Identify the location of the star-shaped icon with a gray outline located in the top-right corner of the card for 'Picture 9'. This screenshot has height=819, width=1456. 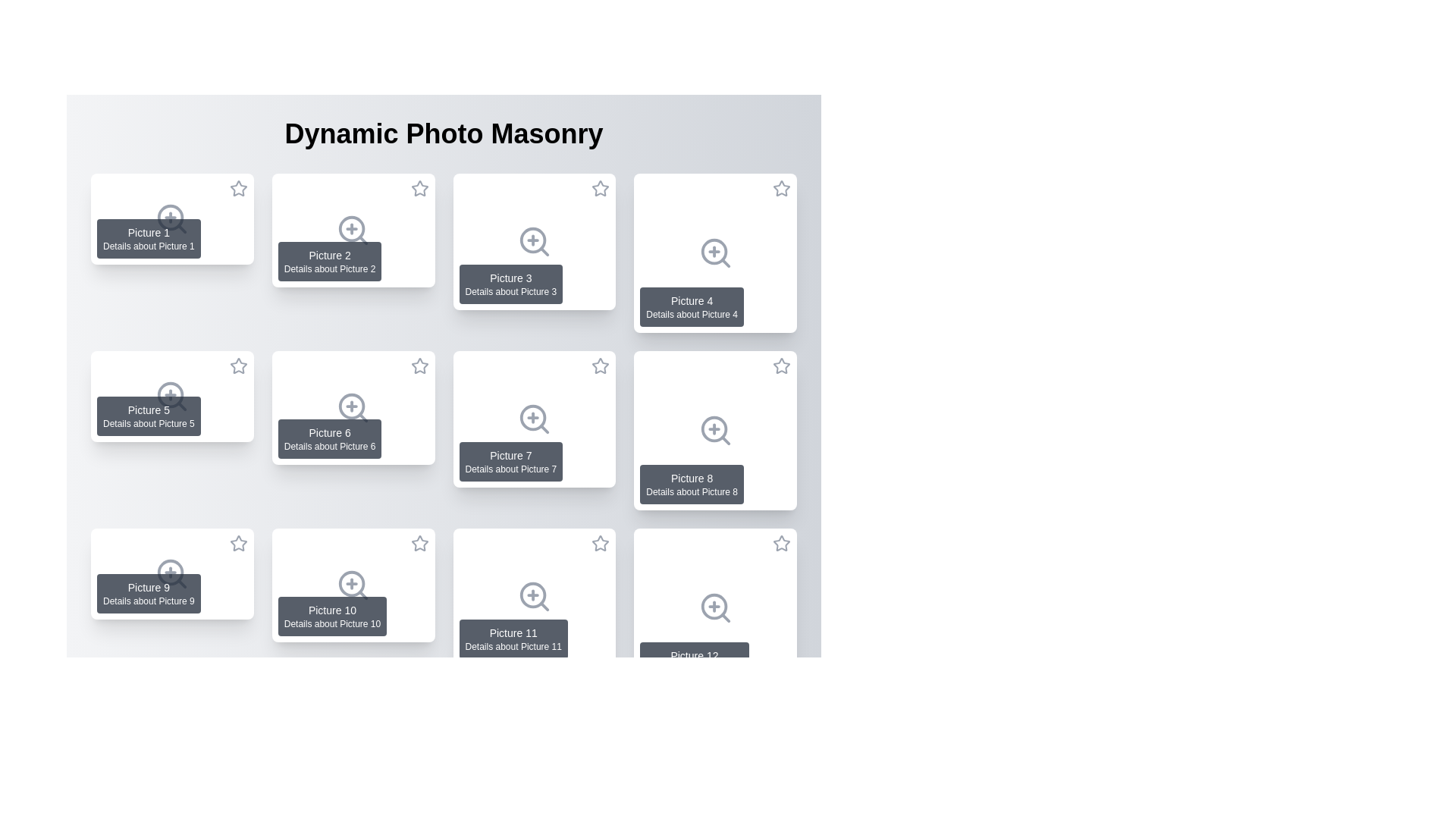
(237, 542).